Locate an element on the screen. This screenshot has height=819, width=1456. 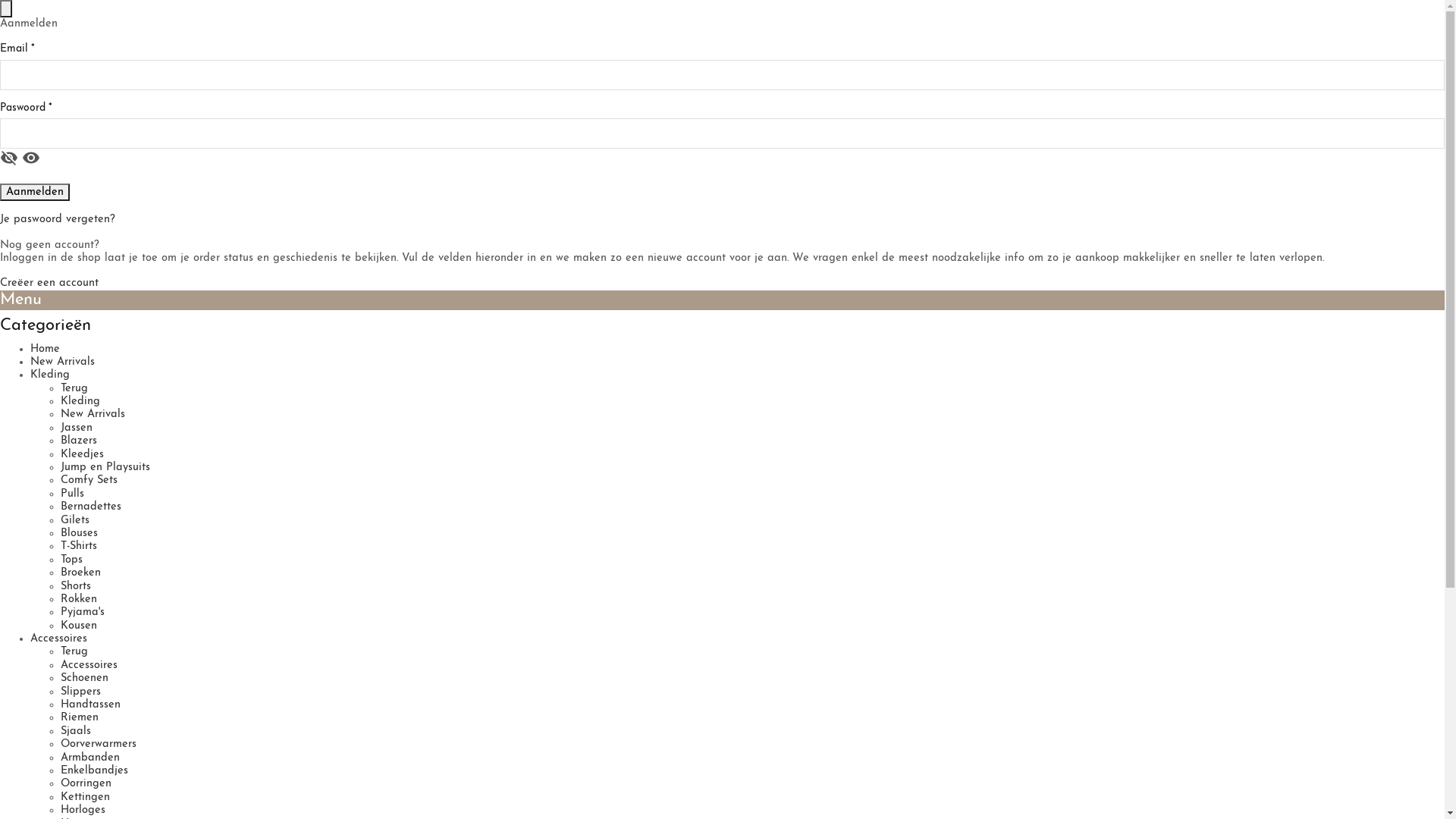
'Bernadettes' is located at coordinates (90, 507).